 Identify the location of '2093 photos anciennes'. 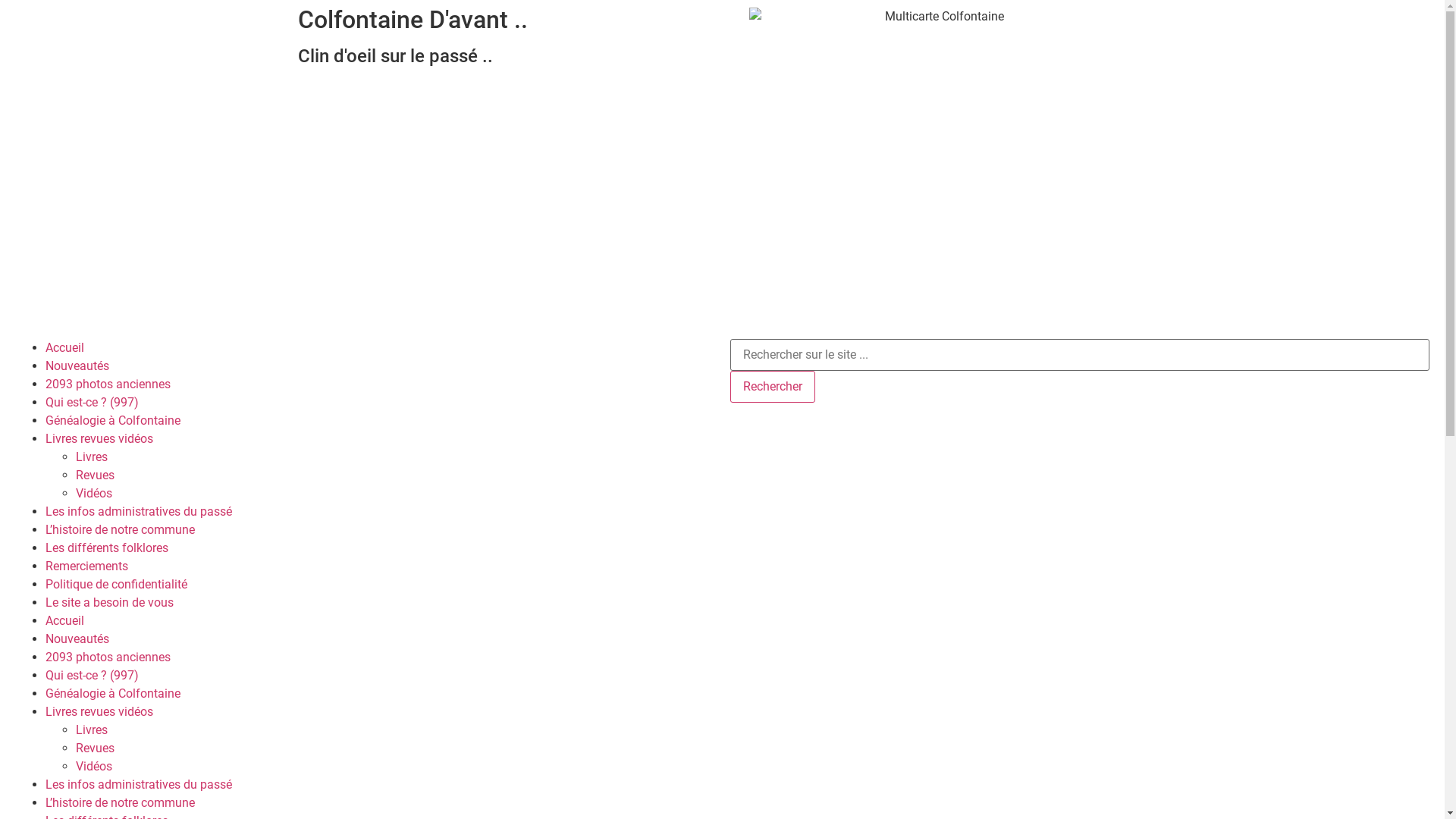
(107, 383).